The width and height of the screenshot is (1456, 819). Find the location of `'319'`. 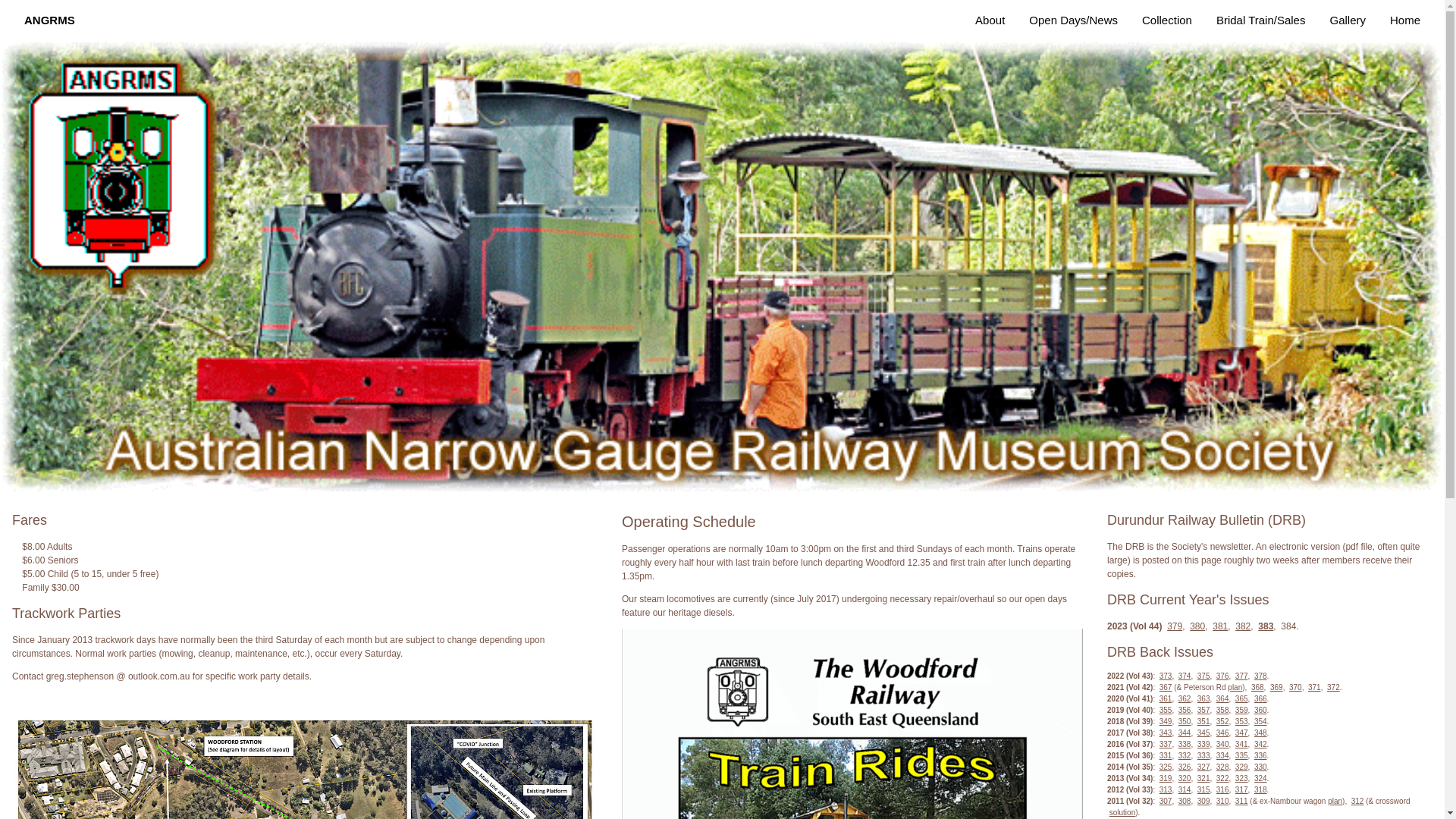

'319' is located at coordinates (1165, 778).